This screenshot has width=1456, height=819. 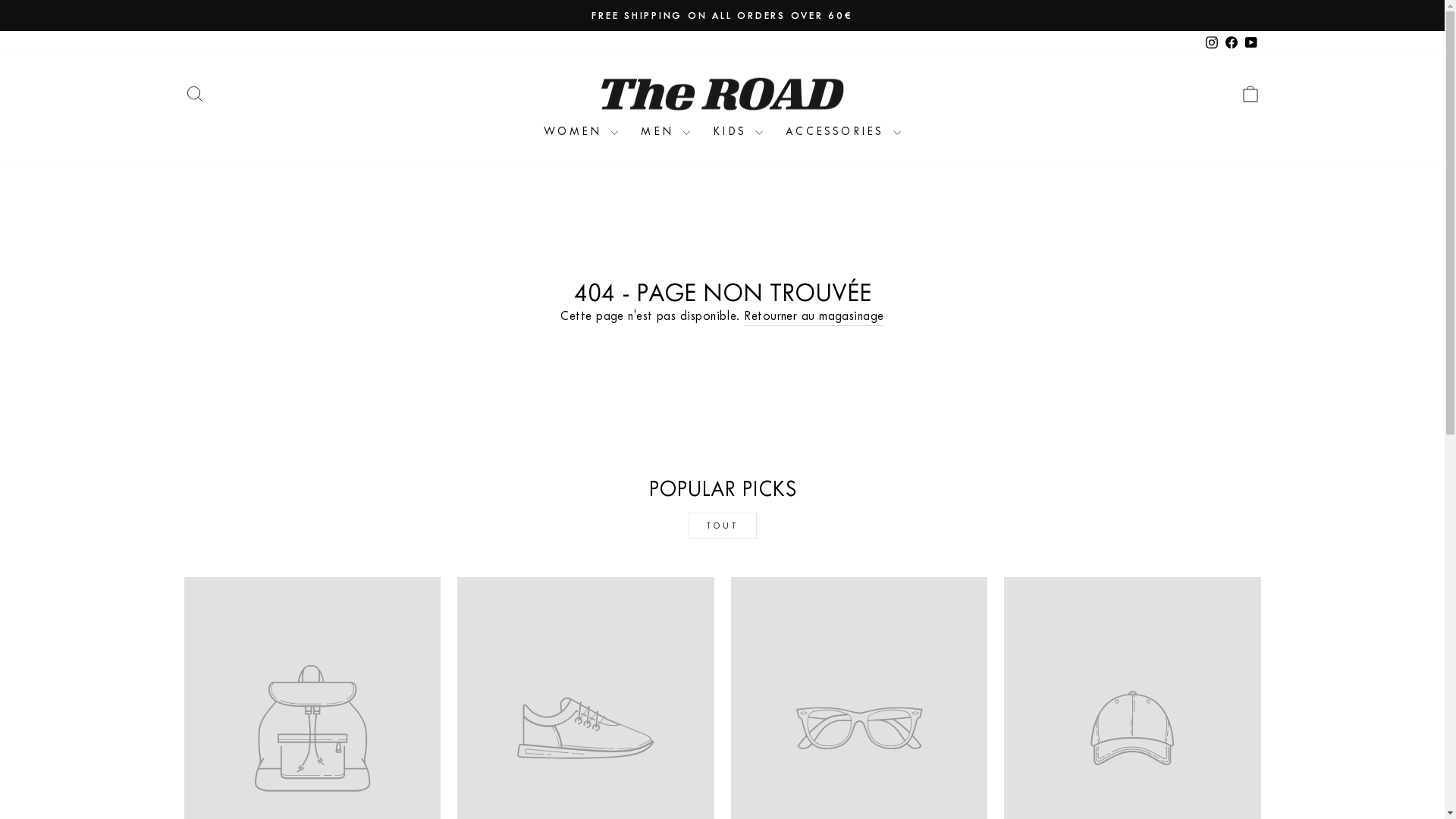 I want to click on 'instagram, so click(x=1200, y=42).